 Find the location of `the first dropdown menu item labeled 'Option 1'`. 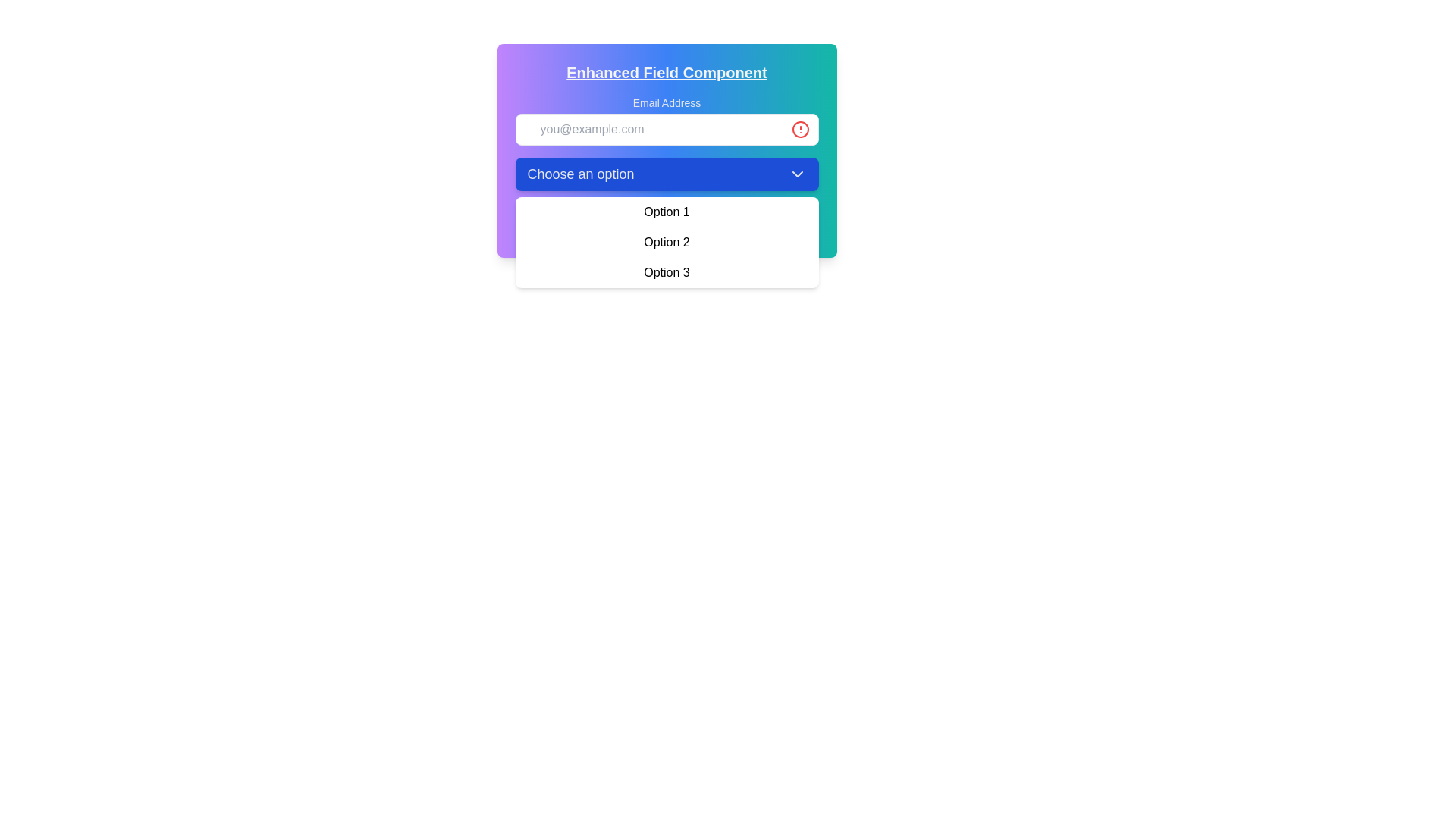

the first dropdown menu item labeled 'Option 1' is located at coordinates (667, 212).